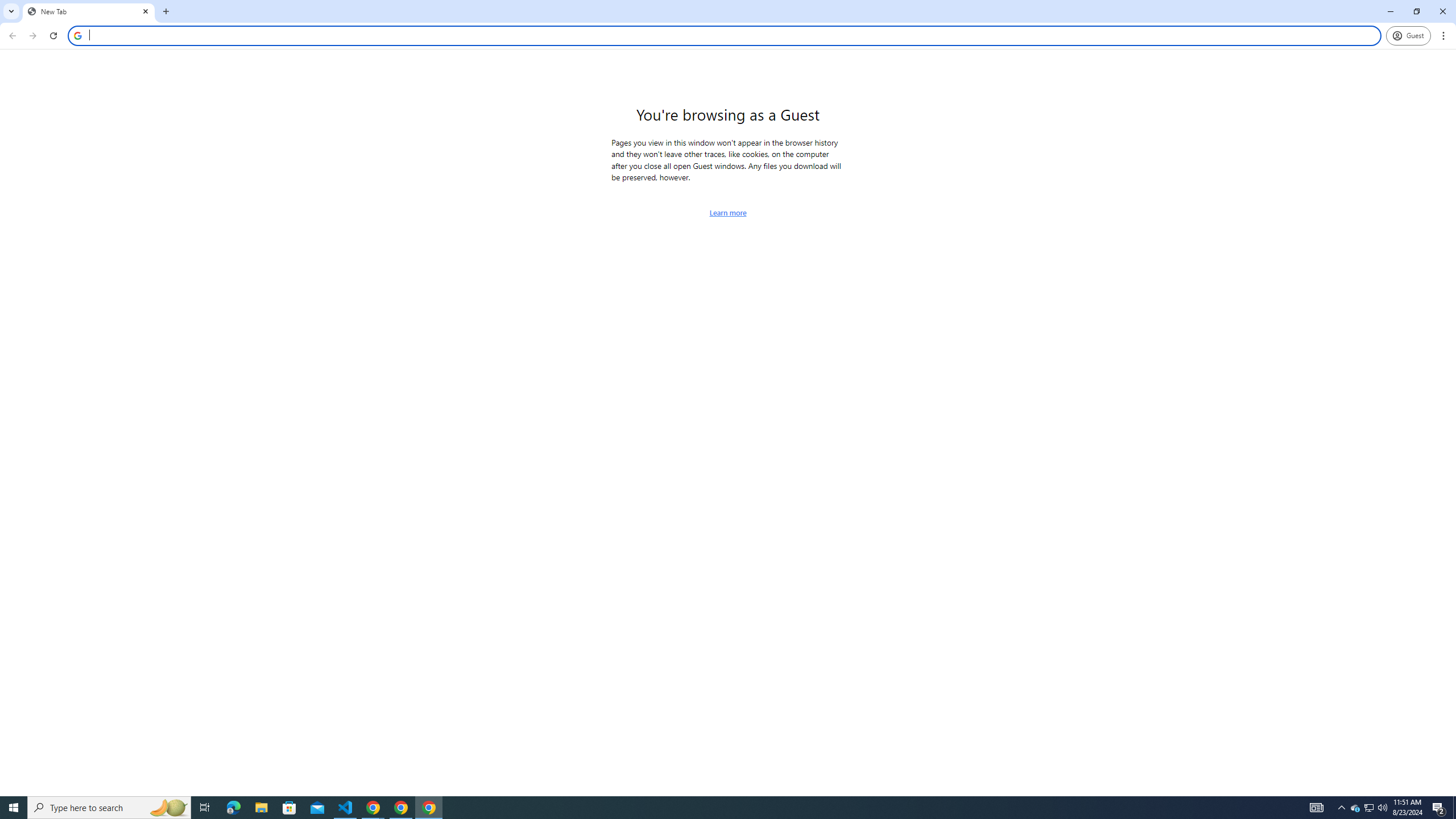 The width and height of the screenshot is (1456, 819). Describe the element at coordinates (1408, 35) in the screenshot. I see `'Guest'` at that location.